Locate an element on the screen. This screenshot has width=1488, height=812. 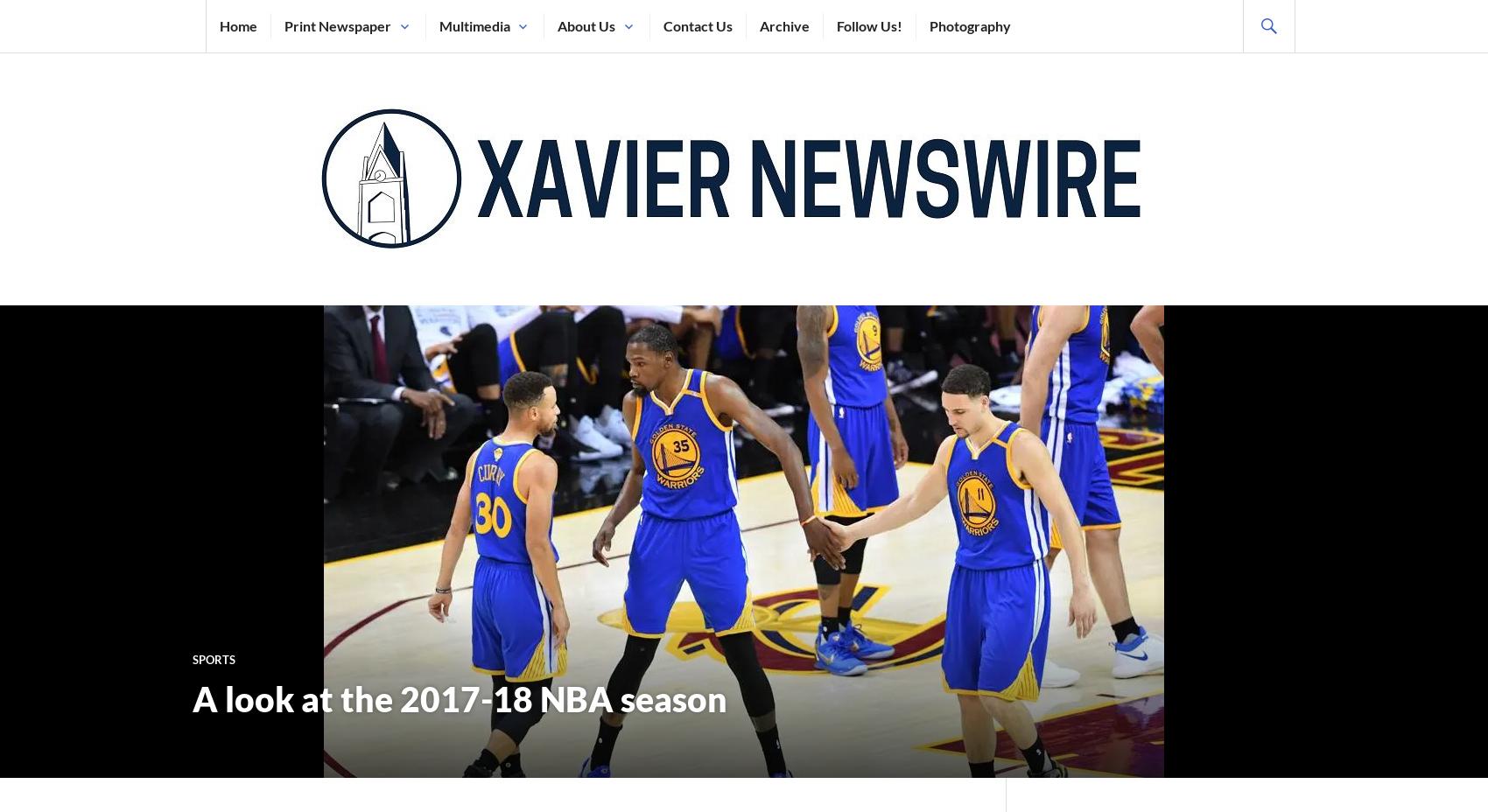
'Sports' is located at coordinates (214, 657).